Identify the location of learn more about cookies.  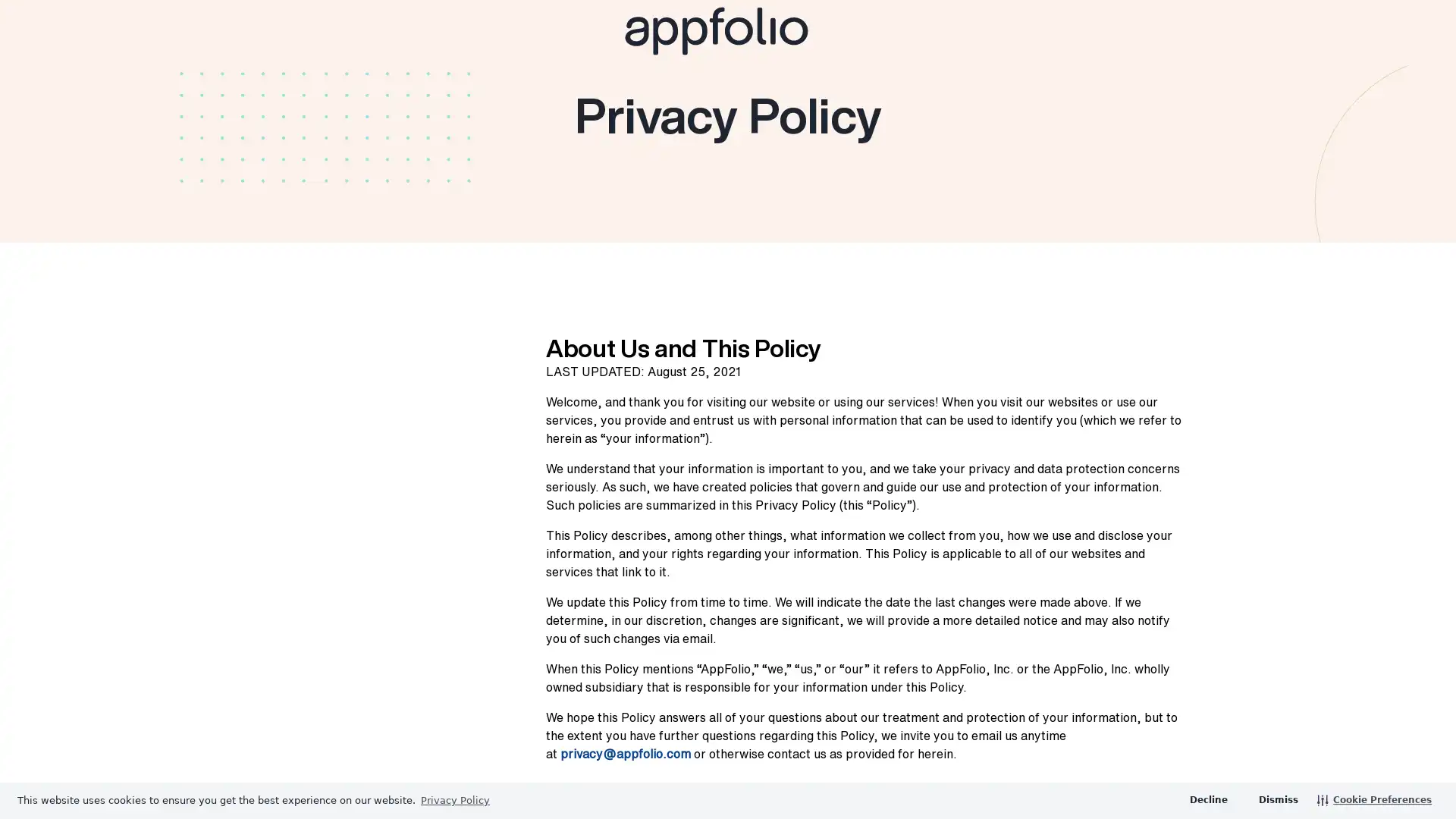
(454, 799).